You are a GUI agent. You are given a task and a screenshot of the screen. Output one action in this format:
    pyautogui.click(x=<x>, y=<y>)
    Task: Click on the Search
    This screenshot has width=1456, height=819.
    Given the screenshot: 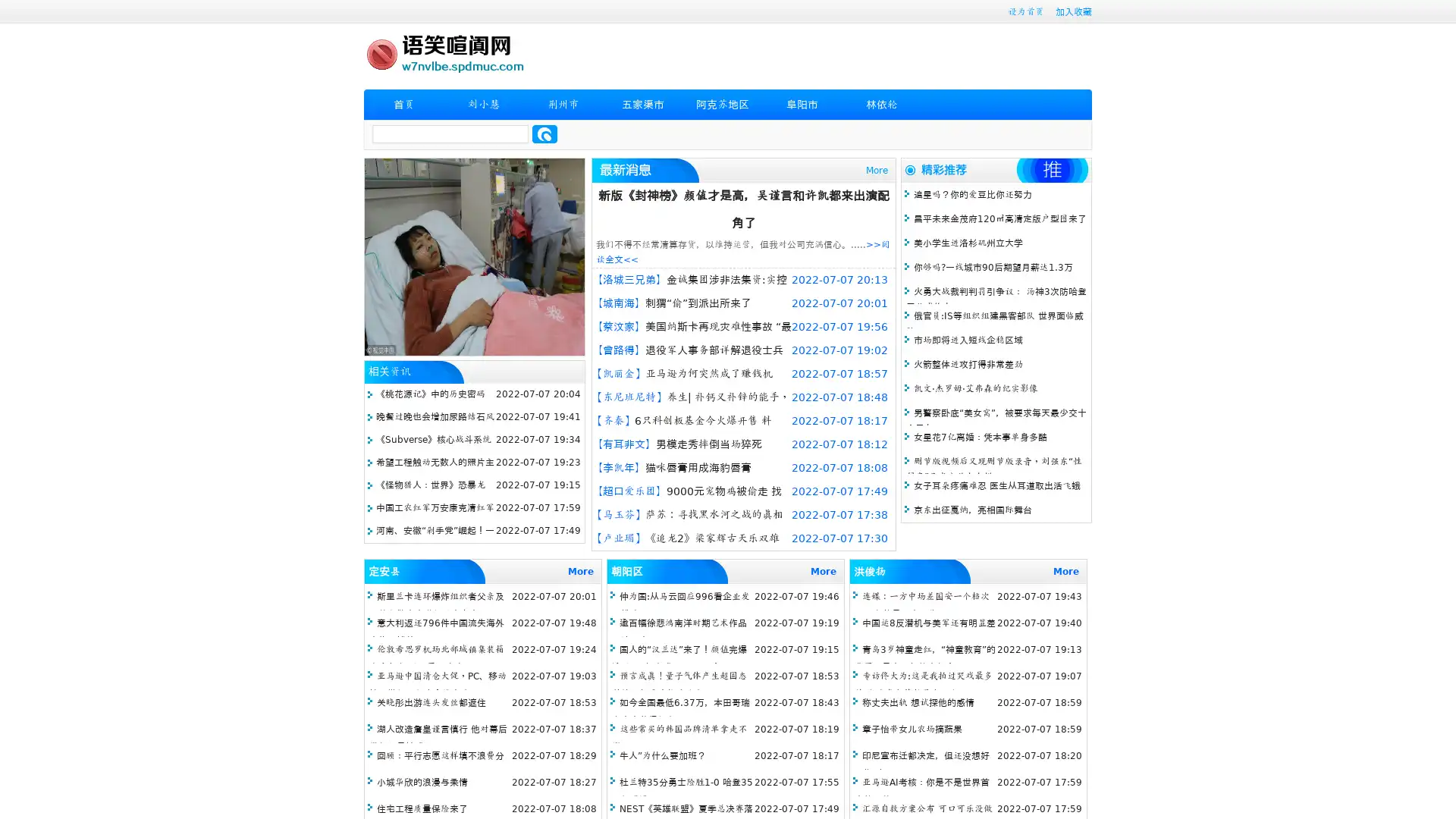 What is the action you would take?
    pyautogui.click(x=544, y=133)
    